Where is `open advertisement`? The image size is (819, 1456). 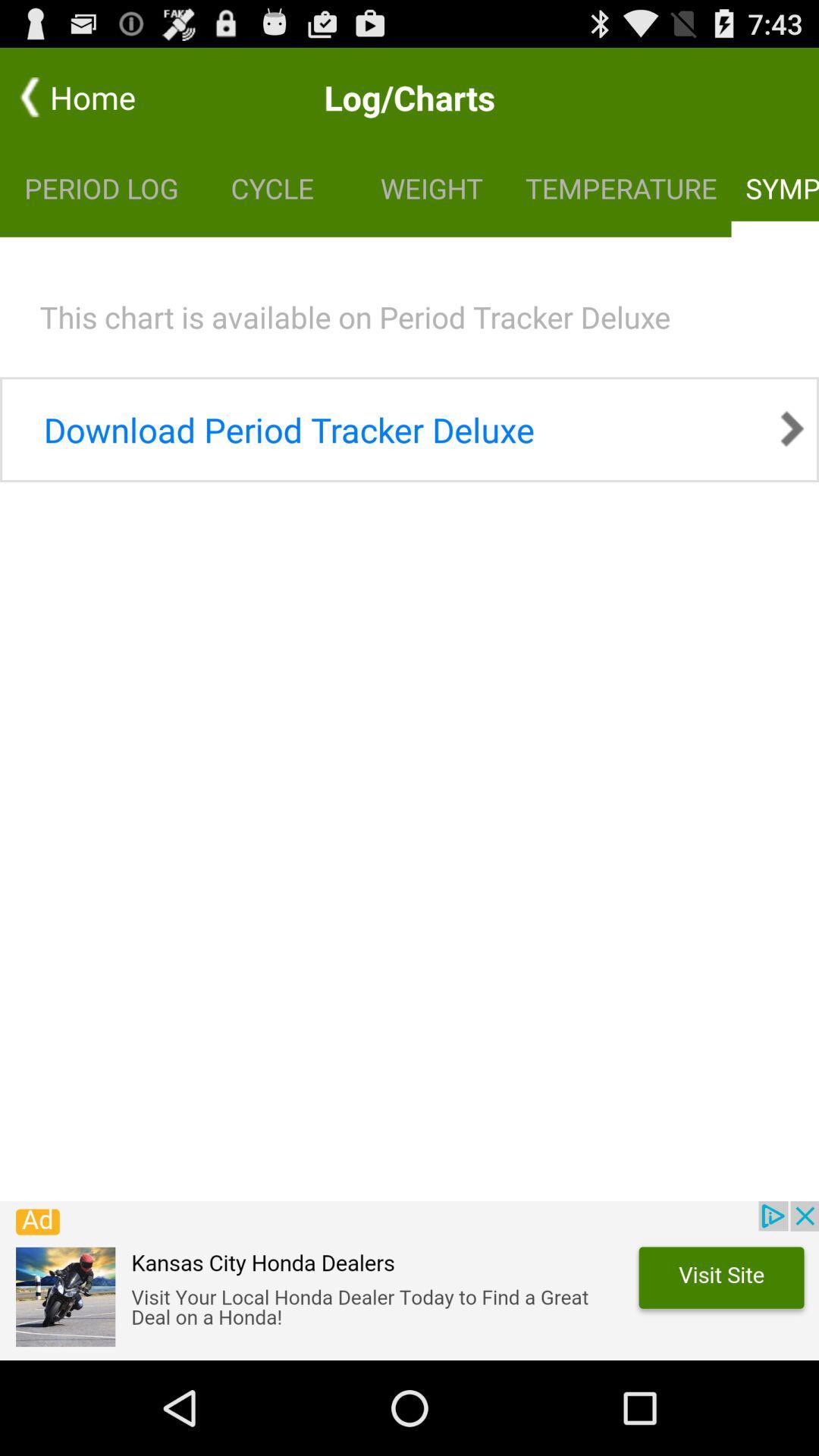 open advertisement is located at coordinates (409, 1280).